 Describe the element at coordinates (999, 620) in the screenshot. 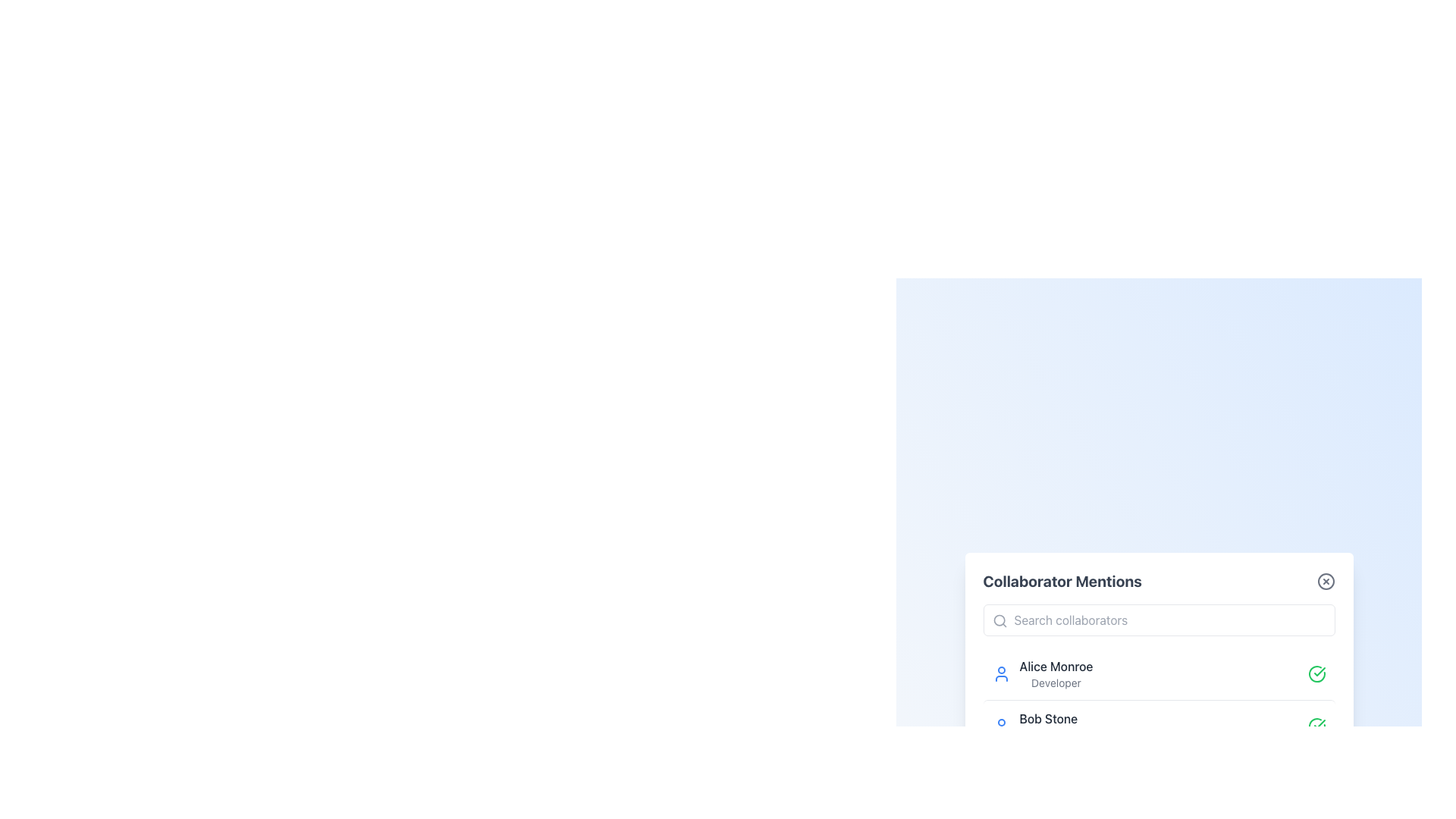

I see `the circular icon component of the search icon located next to the 'Search collaborators' text input field in the 'Collaborator Mentions' panel` at that location.